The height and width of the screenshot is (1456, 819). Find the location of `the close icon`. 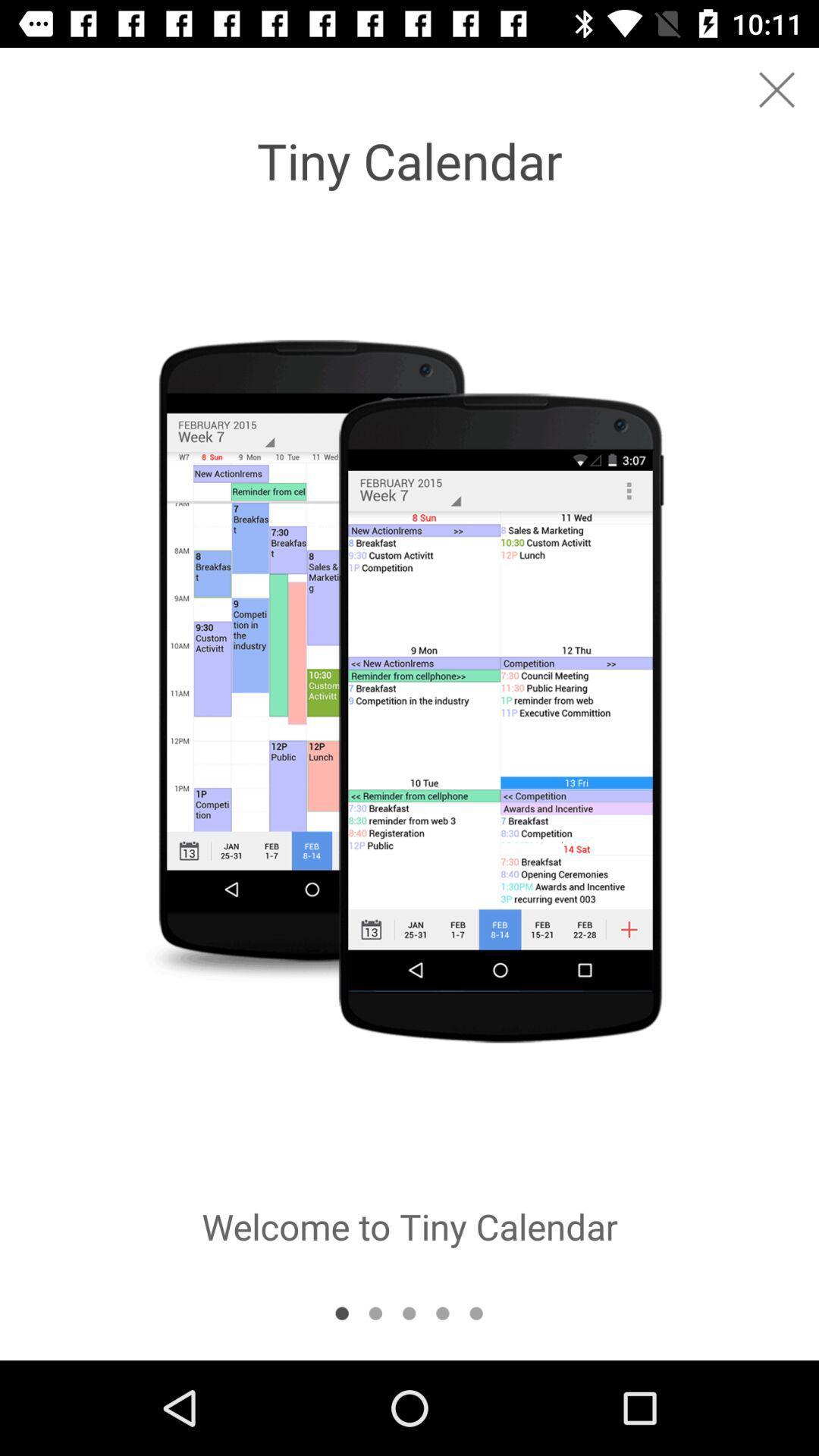

the close icon is located at coordinates (777, 89).